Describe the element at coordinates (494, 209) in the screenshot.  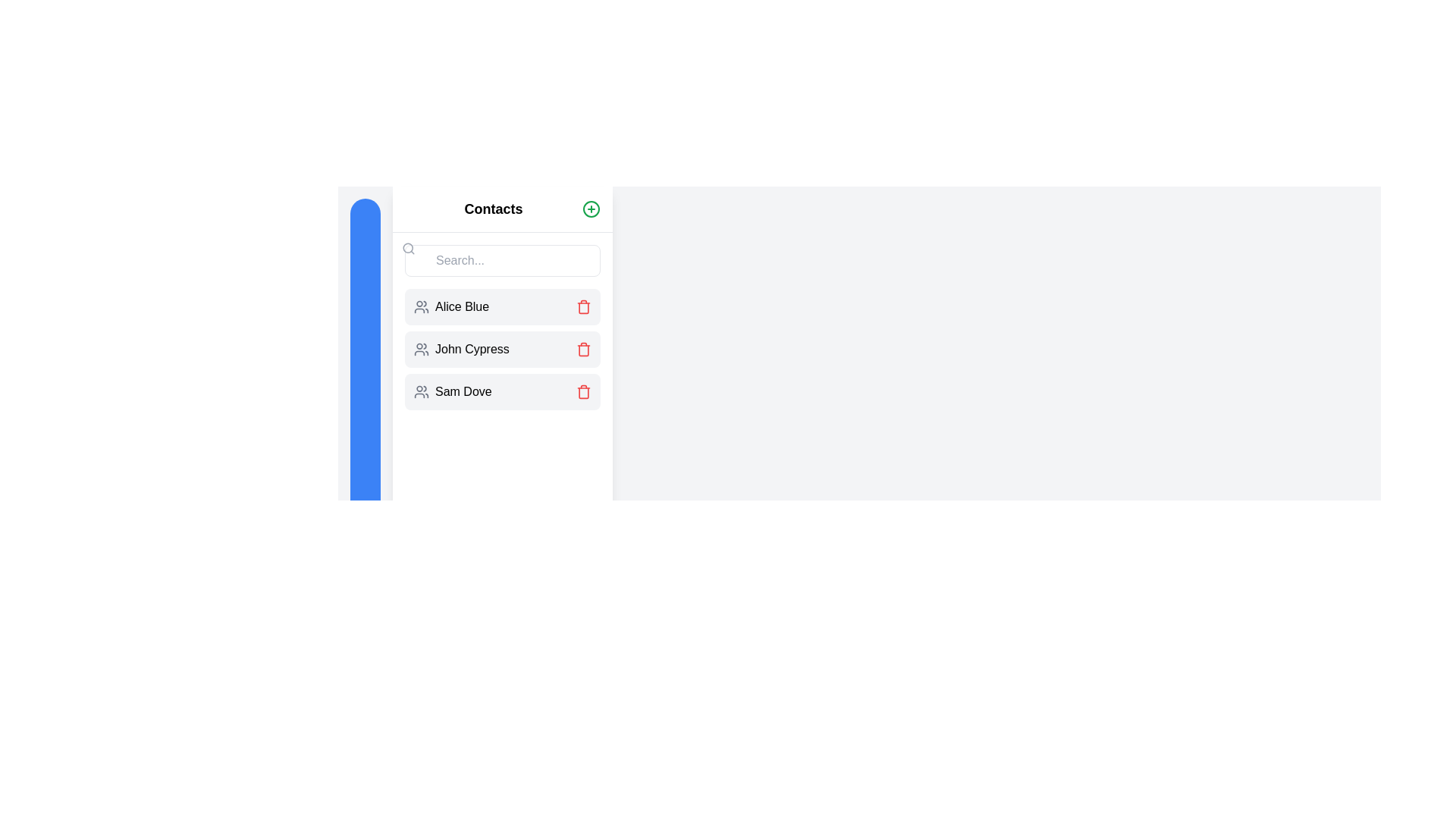
I see `the bold heading text 'Contacts'` at that location.